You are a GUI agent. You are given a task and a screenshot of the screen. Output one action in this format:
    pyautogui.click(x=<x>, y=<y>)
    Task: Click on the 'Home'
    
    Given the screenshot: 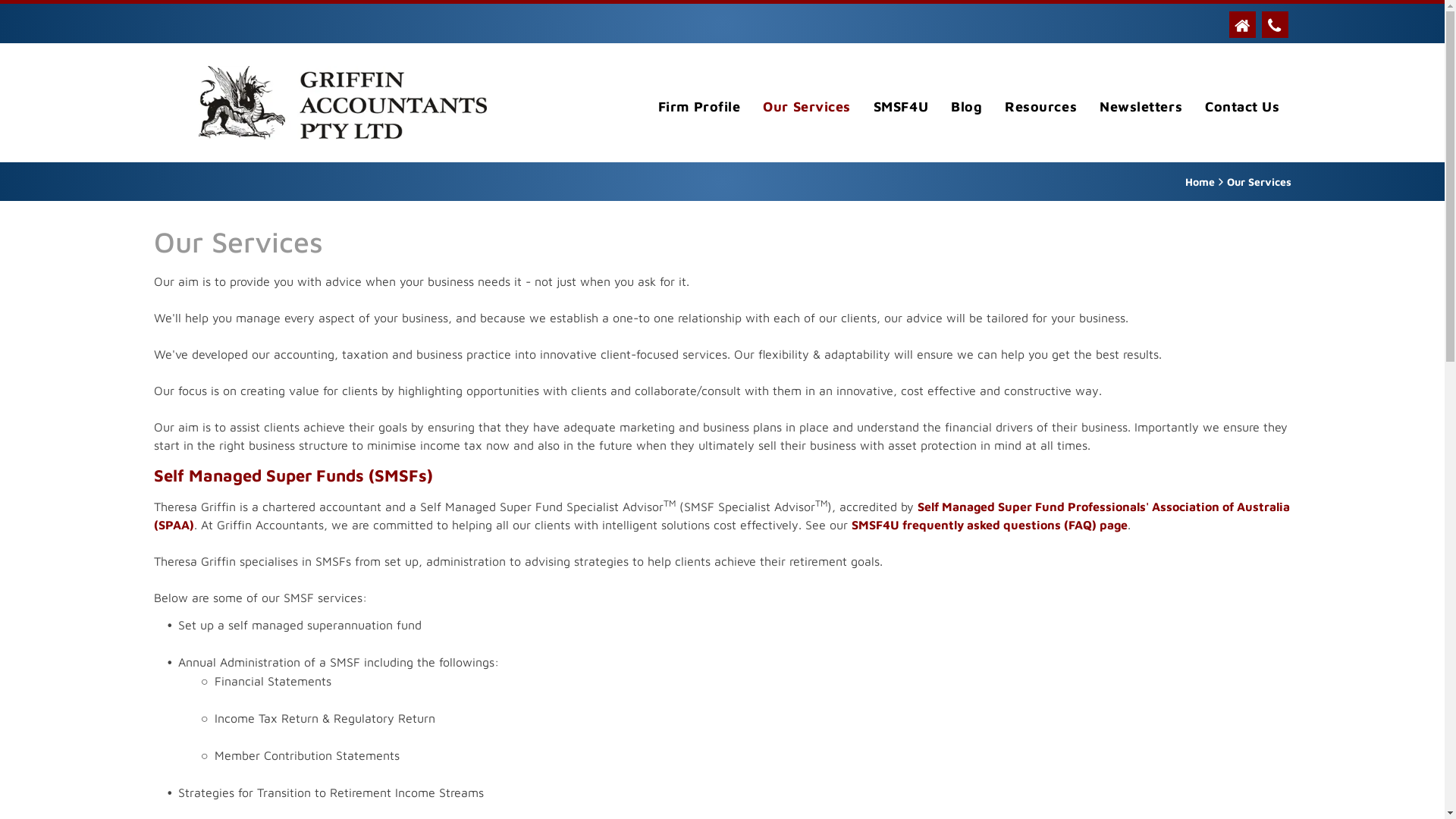 What is the action you would take?
    pyautogui.click(x=1198, y=180)
    